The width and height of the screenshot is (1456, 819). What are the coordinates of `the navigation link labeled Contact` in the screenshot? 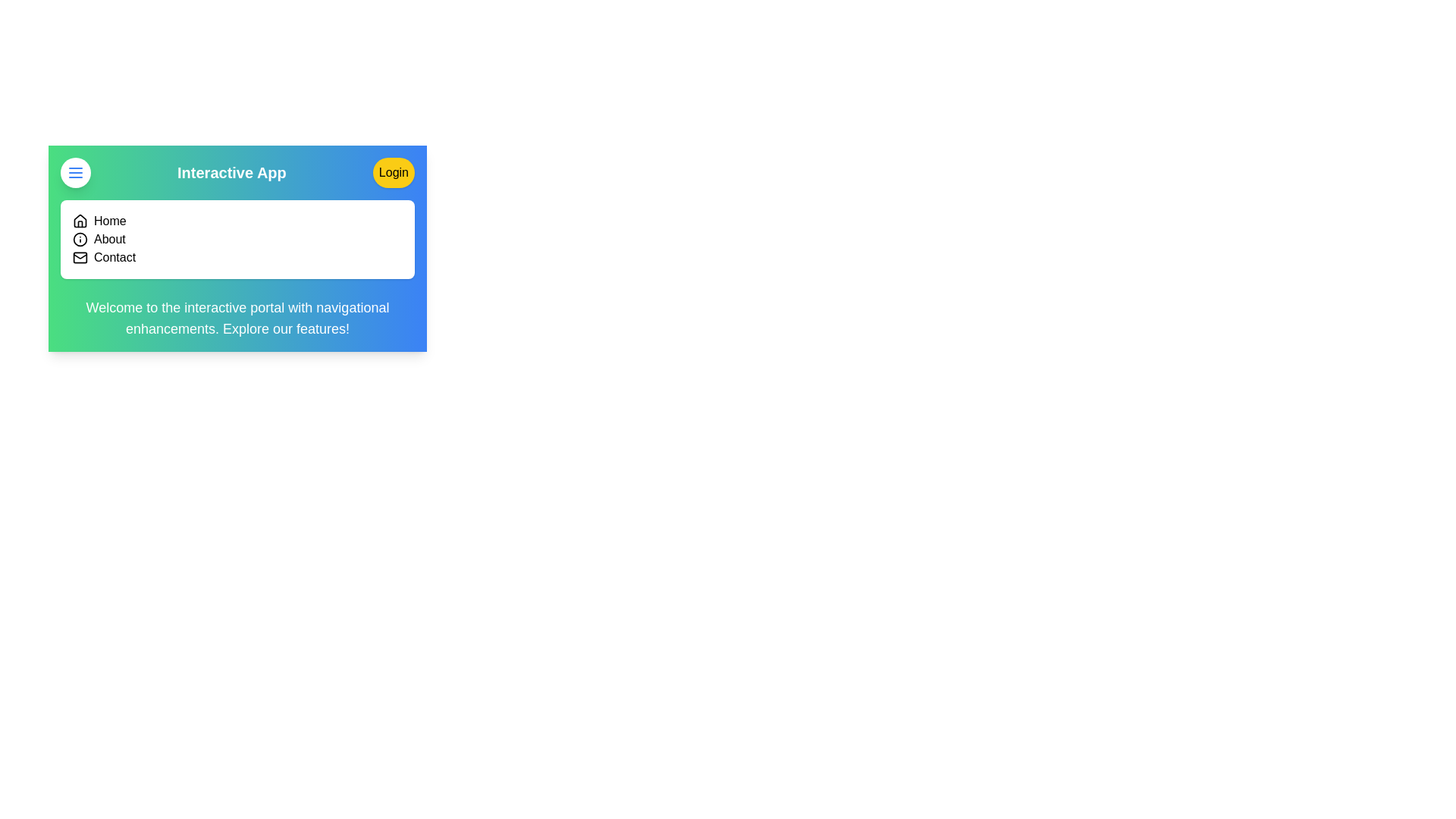 It's located at (114, 256).